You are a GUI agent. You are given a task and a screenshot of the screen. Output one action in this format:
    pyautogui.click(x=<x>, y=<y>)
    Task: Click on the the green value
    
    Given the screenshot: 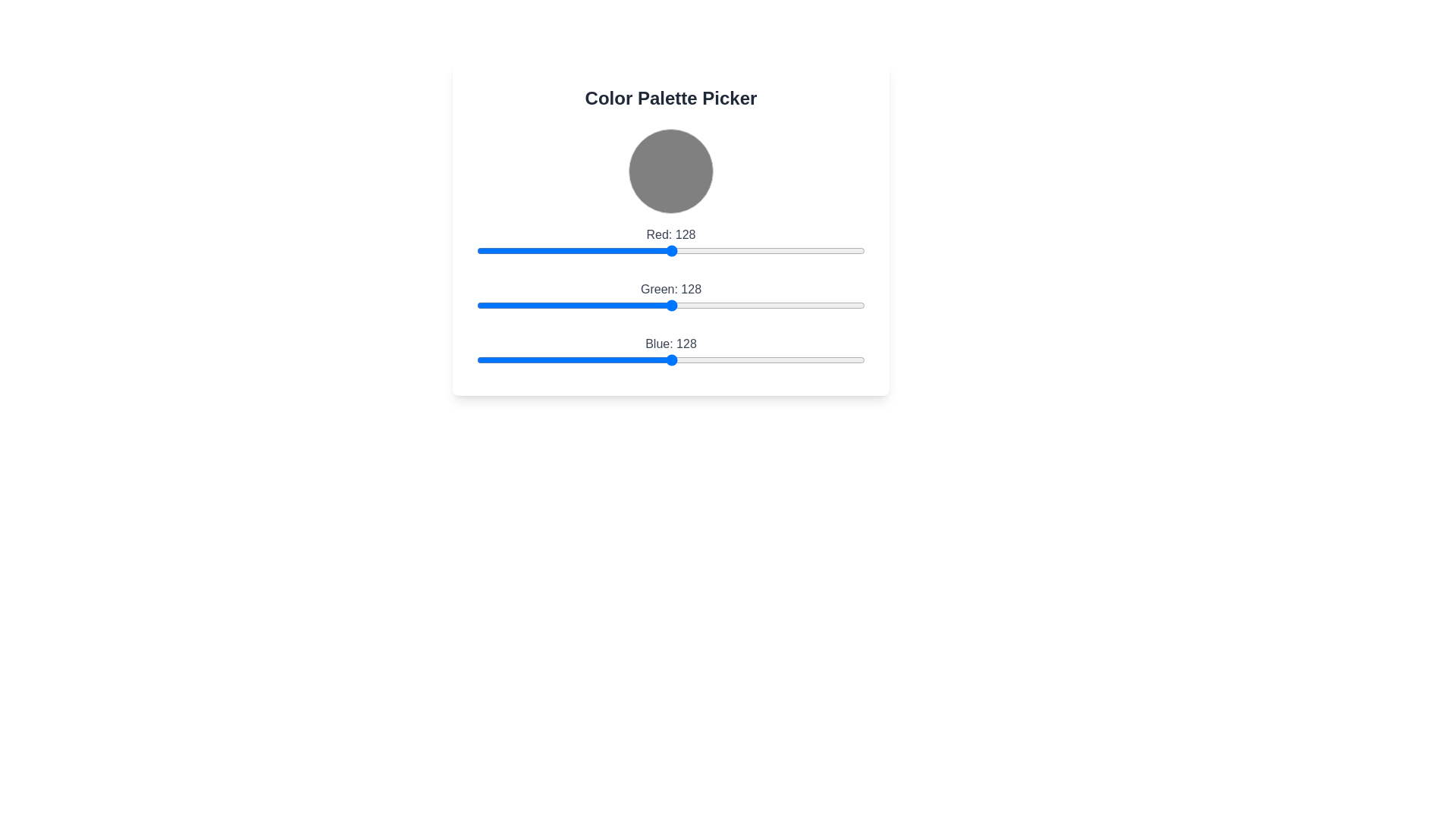 What is the action you would take?
    pyautogui.click(x=773, y=305)
    